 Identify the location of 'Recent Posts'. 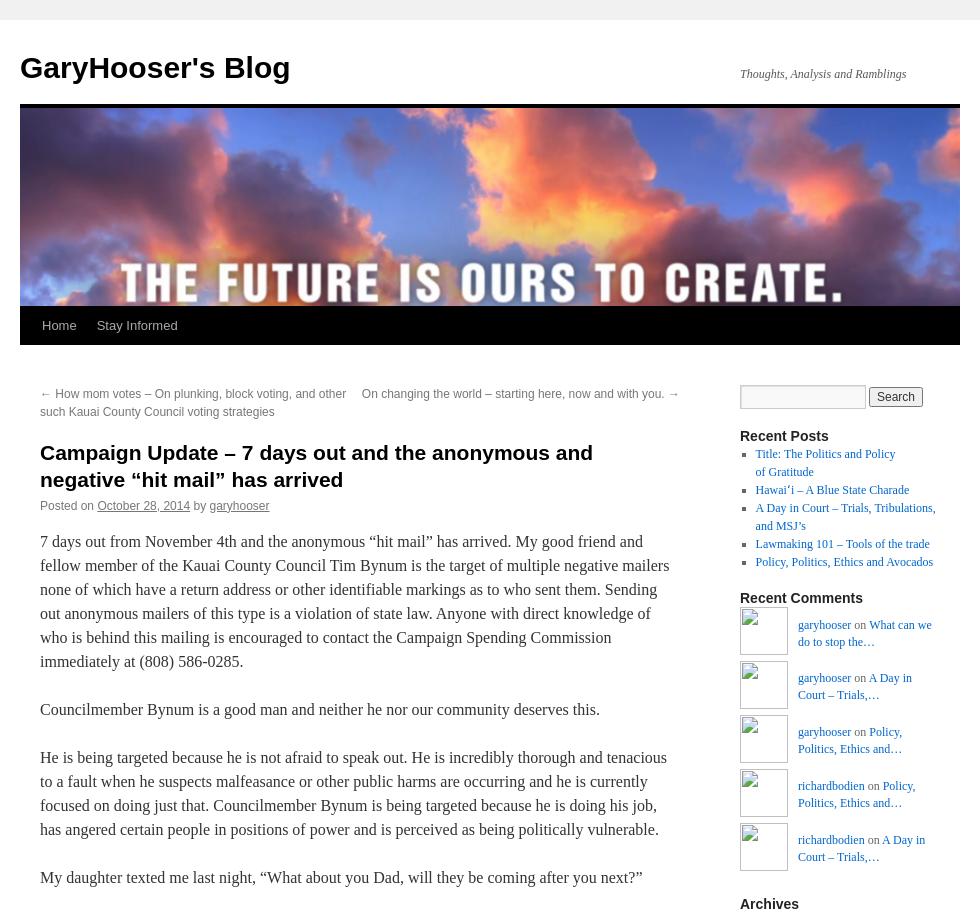
(784, 435).